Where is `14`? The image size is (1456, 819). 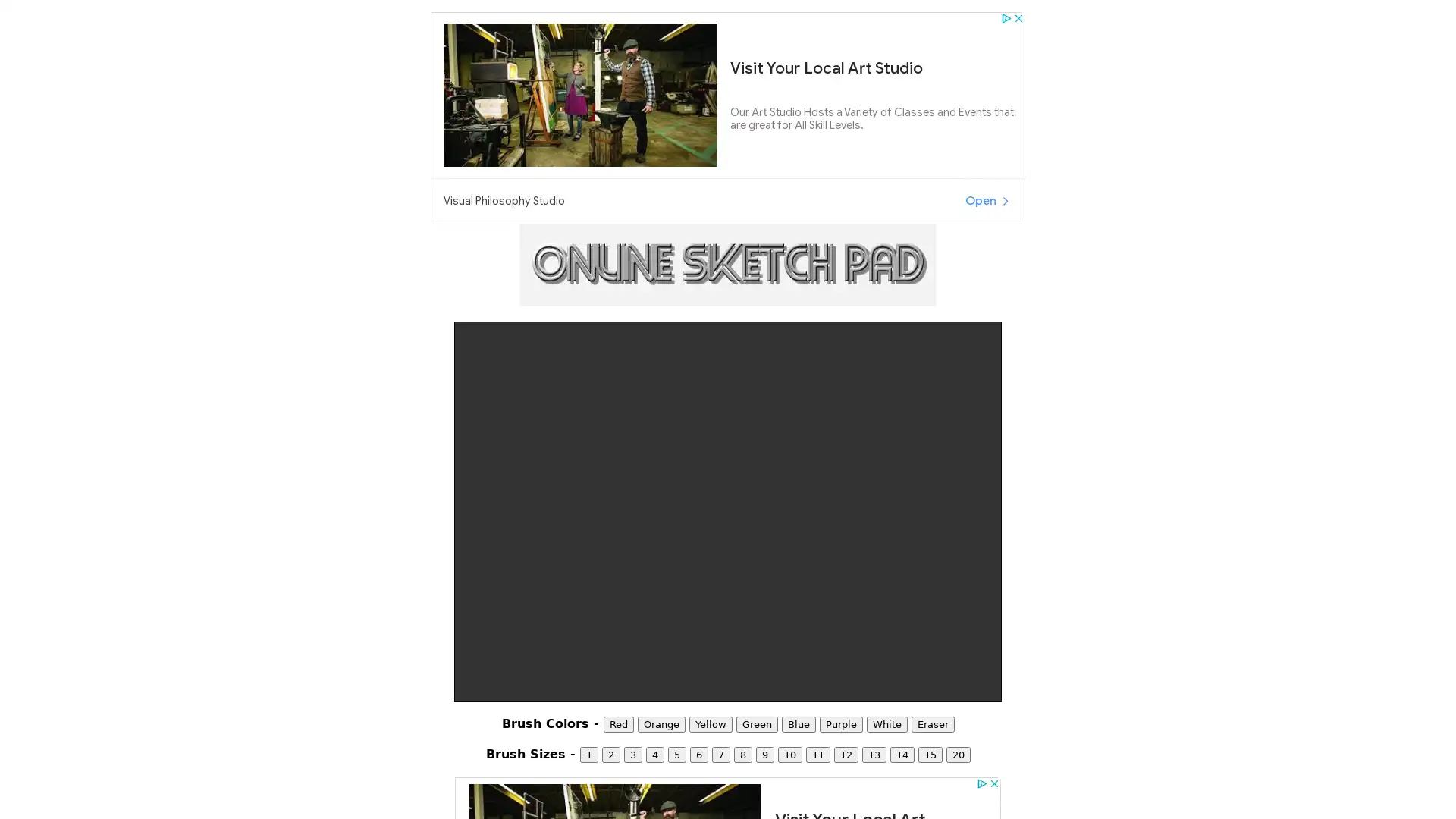
14 is located at coordinates (902, 755).